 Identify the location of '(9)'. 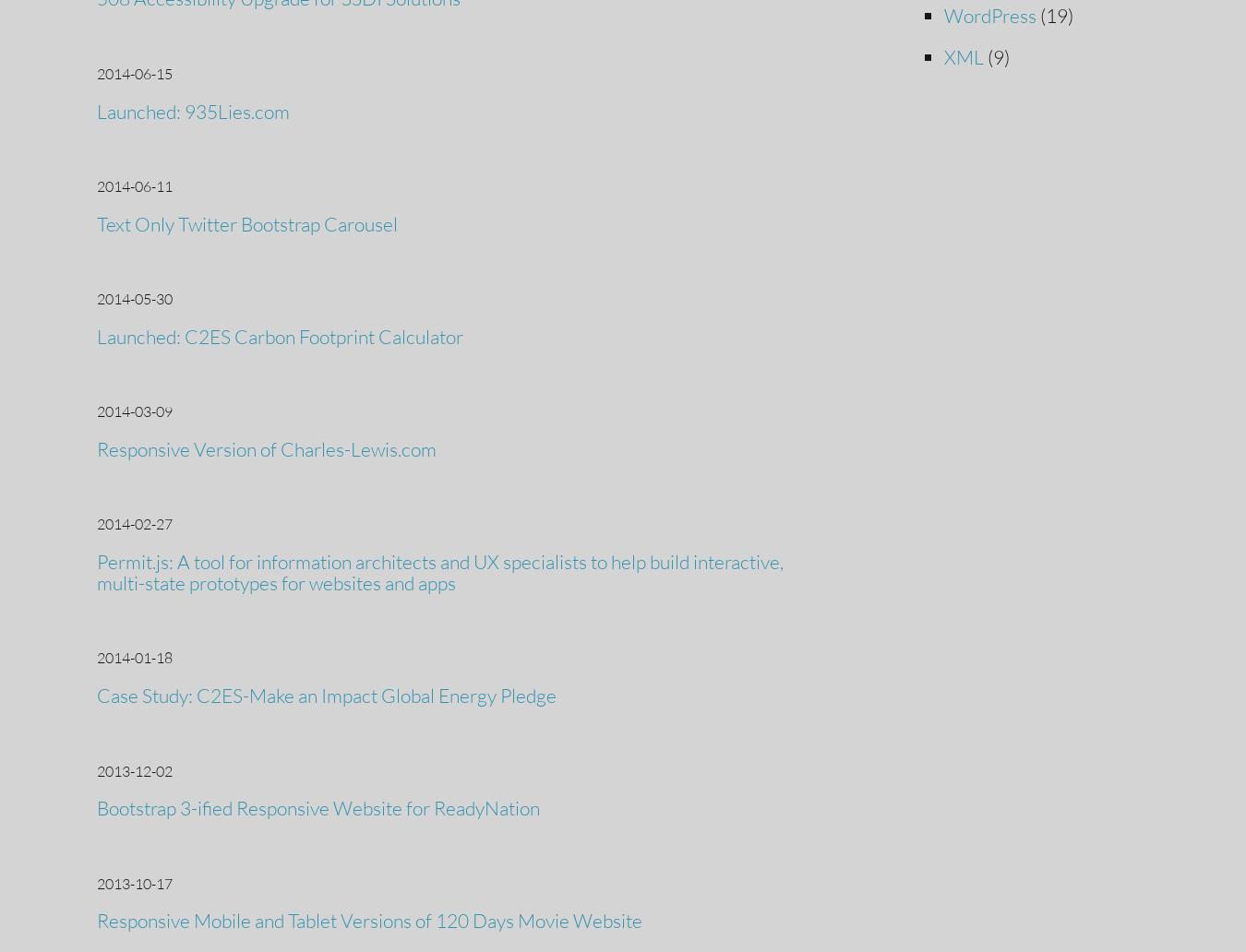
(996, 57).